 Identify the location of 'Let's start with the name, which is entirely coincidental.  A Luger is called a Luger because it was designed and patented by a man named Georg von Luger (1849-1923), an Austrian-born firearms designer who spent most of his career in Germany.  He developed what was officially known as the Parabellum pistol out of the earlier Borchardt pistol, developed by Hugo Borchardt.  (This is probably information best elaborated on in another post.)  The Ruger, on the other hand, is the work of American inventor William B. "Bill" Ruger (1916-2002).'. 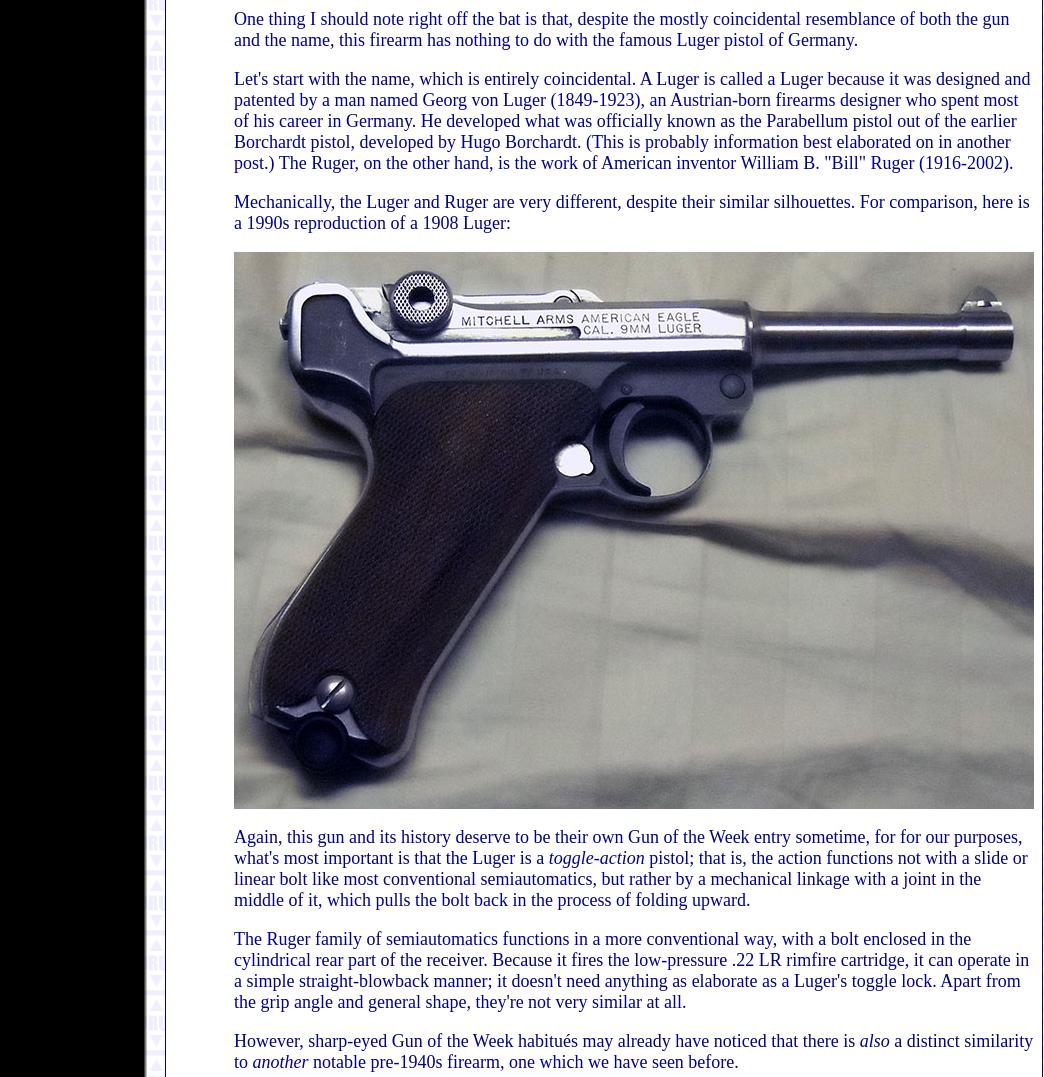
(632, 119).